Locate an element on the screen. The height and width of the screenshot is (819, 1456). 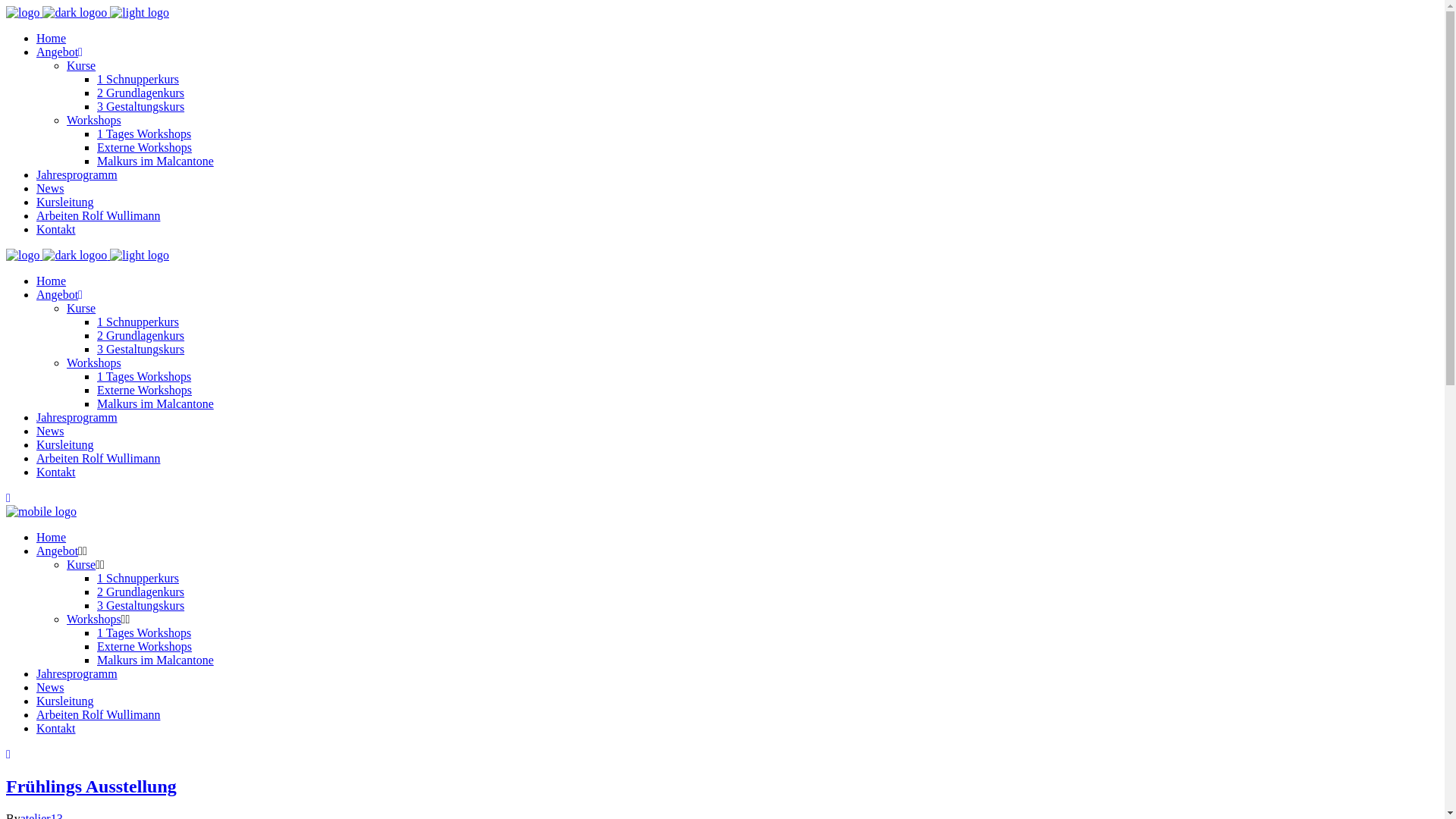
'2 Grundlagenkurs' is located at coordinates (140, 591).